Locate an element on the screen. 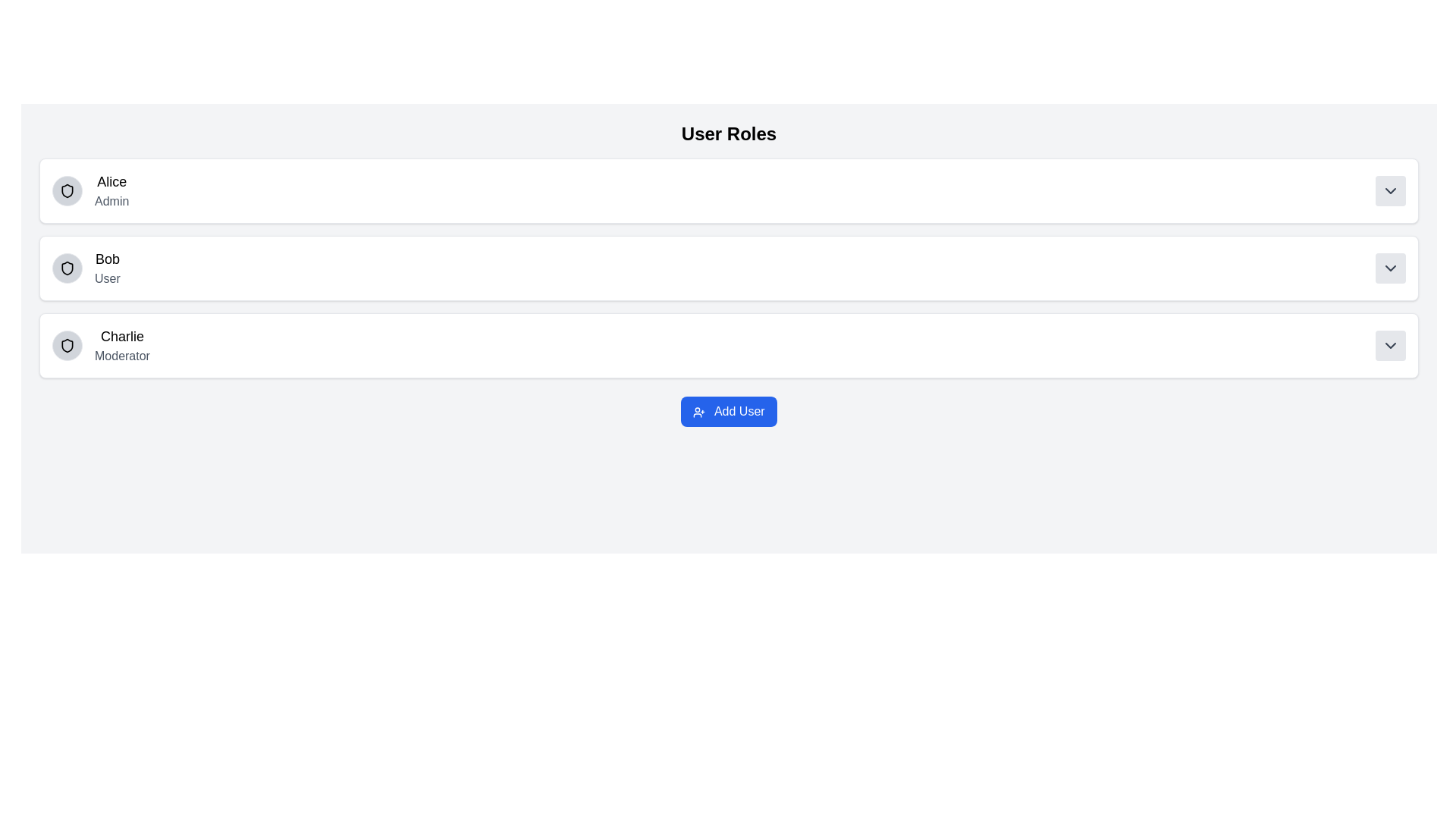 Image resolution: width=1456 pixels, height=819 pixels. the text label indicating the user's name and role, which is positioned to the right of the circular icon in the middle row of the list, specifically in the second row of user entries between 'Alice Admin' and 'Charlie Moderator' is located at coordinates (106, 268).